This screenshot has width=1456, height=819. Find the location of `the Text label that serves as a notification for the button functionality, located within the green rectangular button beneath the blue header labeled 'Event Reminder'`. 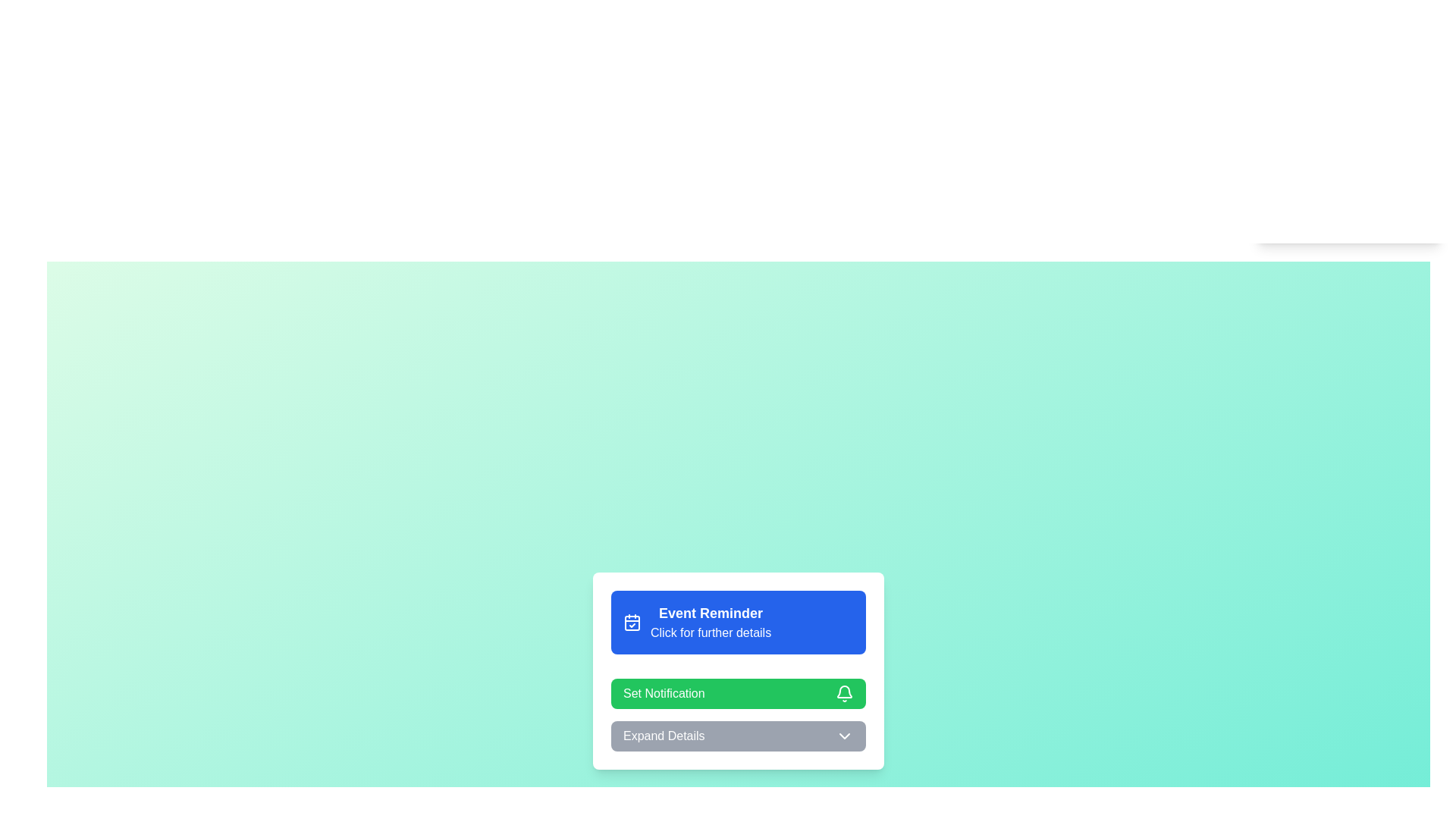

the Text label that serves as a notification for the button functionality, located within the green rectangular button beneath the blue header labeled 'Event Reminder' is located at coordinates (664, 693).